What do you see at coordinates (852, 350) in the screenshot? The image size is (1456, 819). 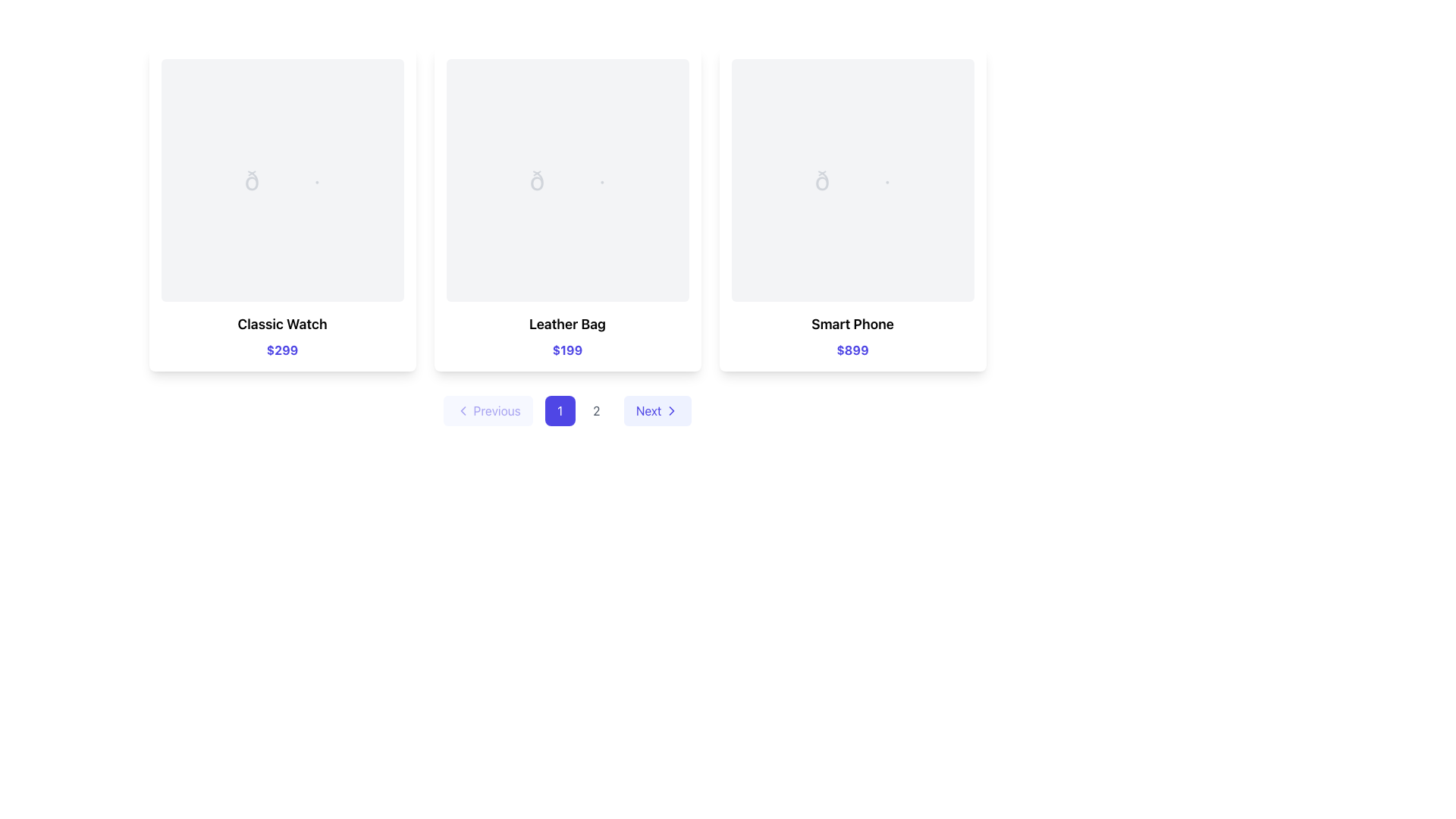 I see `the price text label displayed at the bottom of the 'Smart Phone' product card, which provides key pricing information` at bounding box center [852, 350].